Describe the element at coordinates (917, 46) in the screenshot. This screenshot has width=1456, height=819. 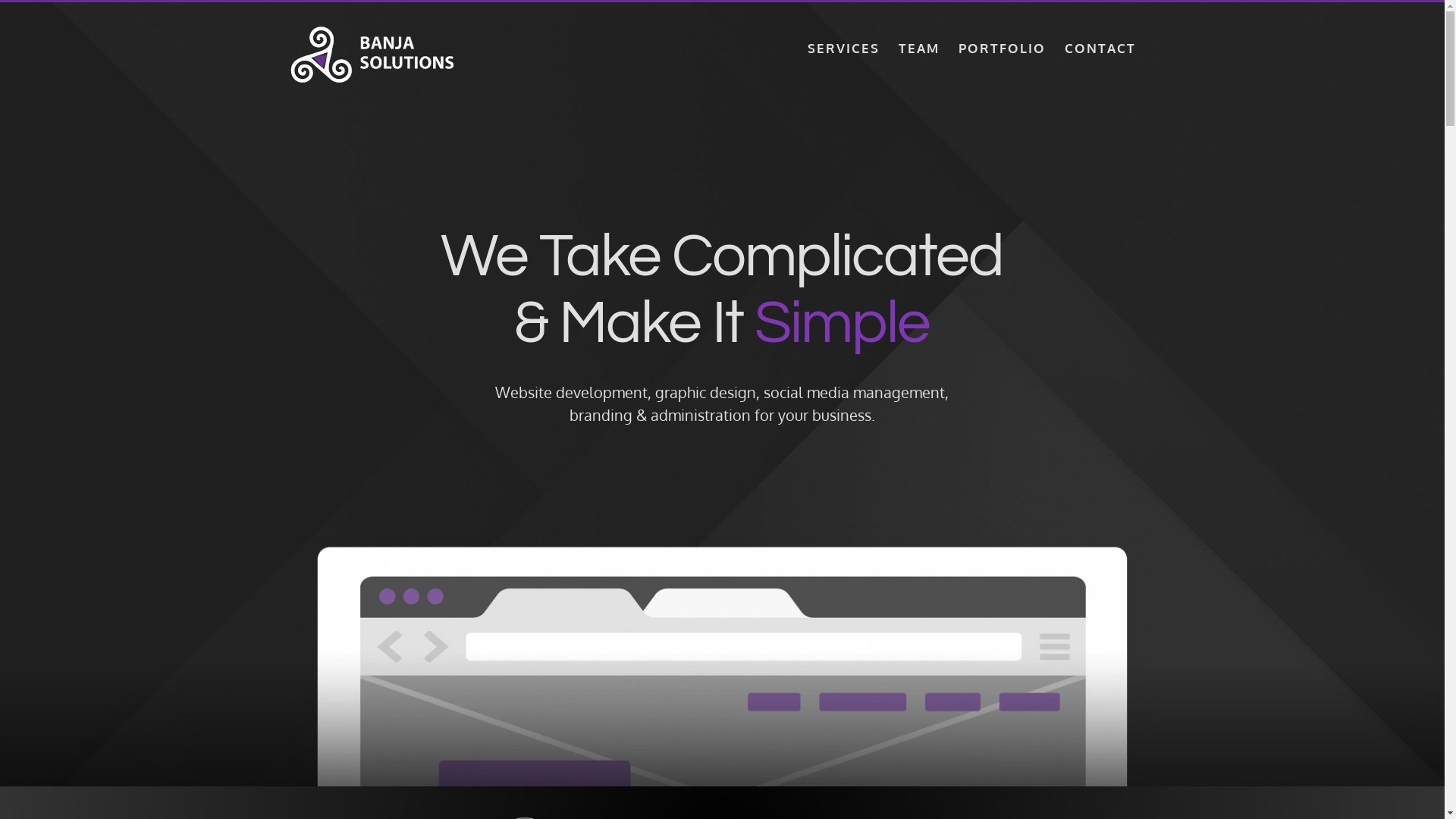
I see `'TEAM'` at that location.